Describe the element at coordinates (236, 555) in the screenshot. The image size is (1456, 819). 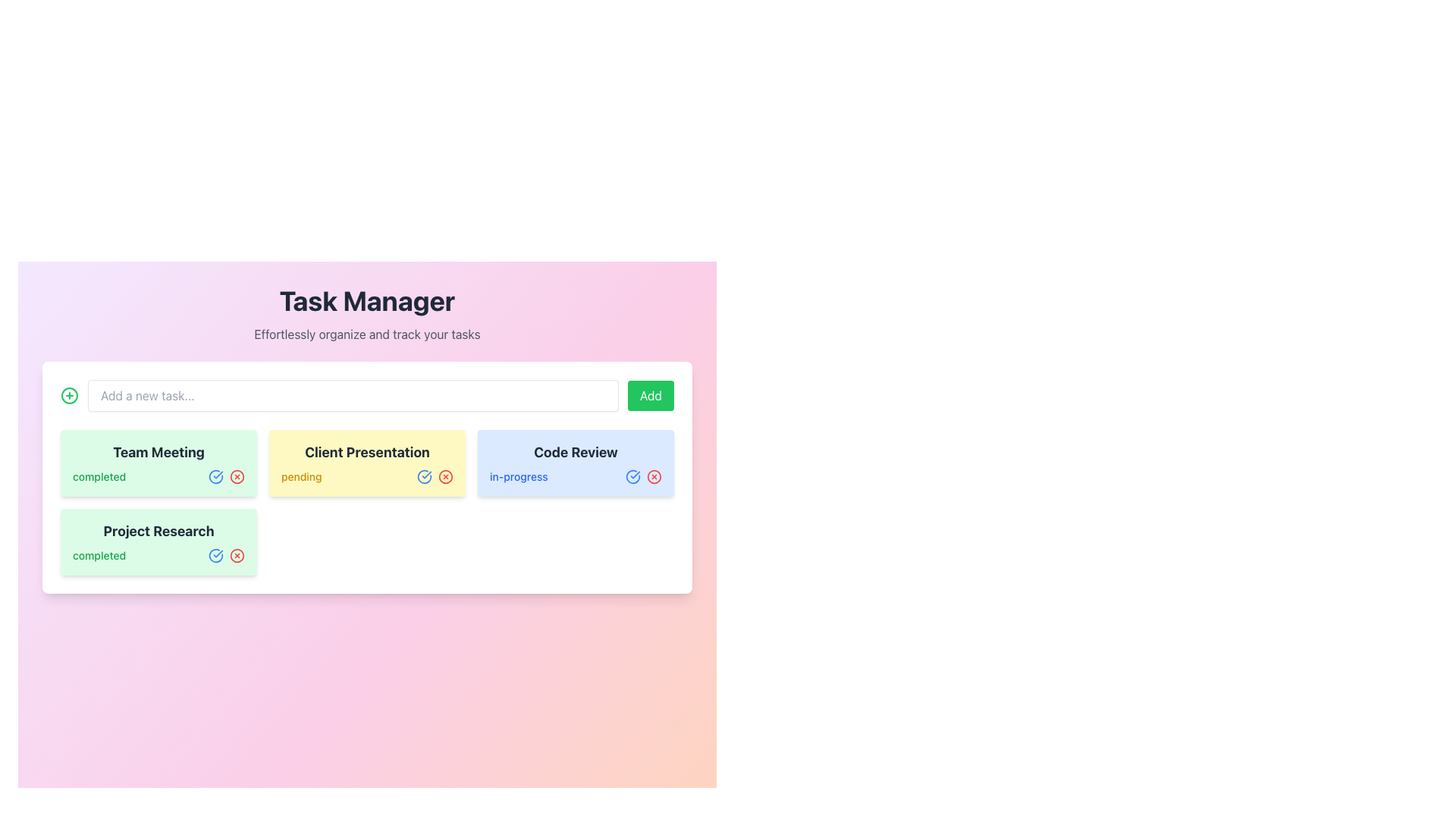
I see `the delete button located at the bottom-right corner of the 'Project Research' task card` at that location.